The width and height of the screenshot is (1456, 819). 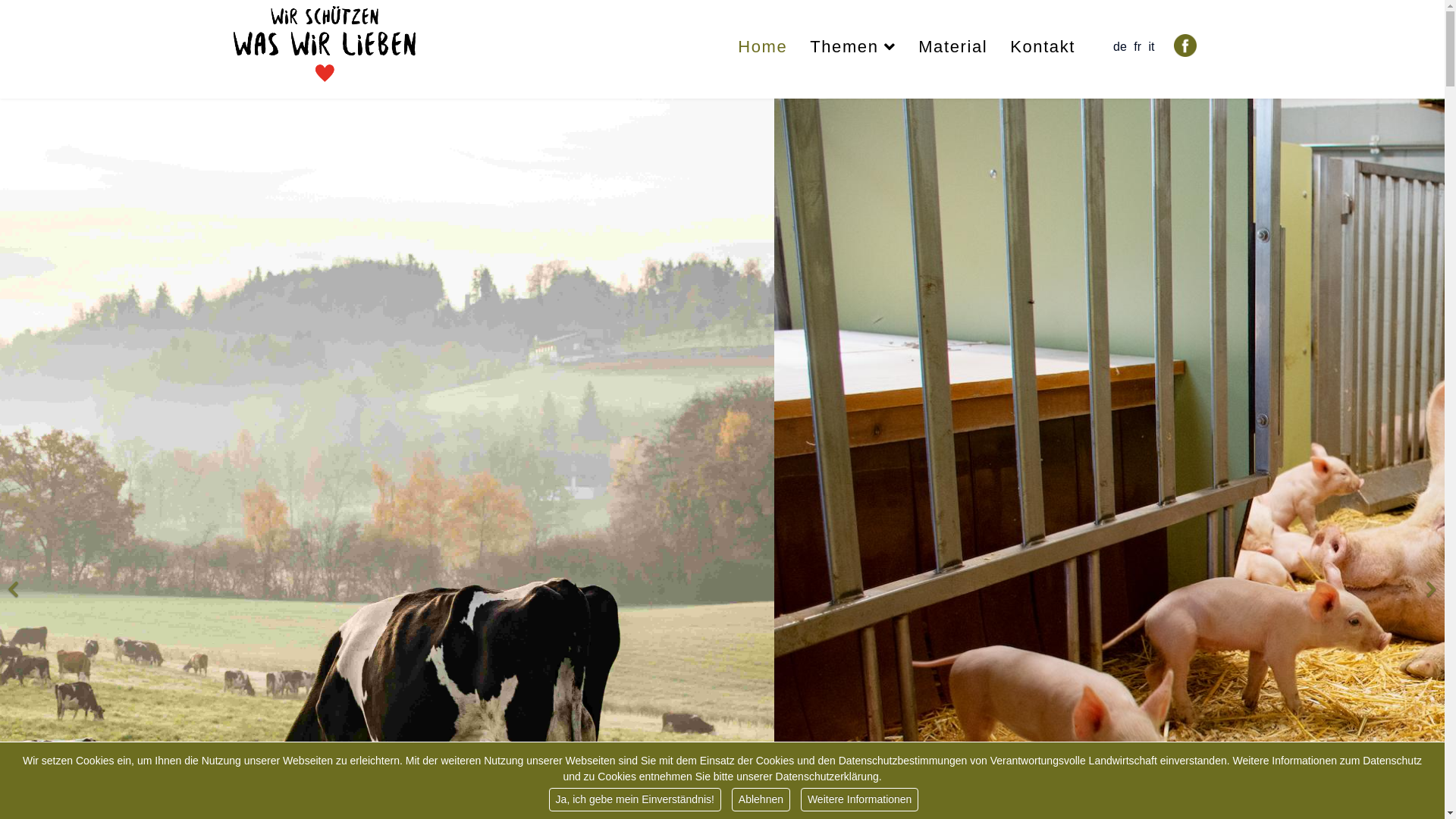 What do you see at coordinates (1113, 45) in the screenshot?
I see `'de'` at bounding box center [1113, 45].